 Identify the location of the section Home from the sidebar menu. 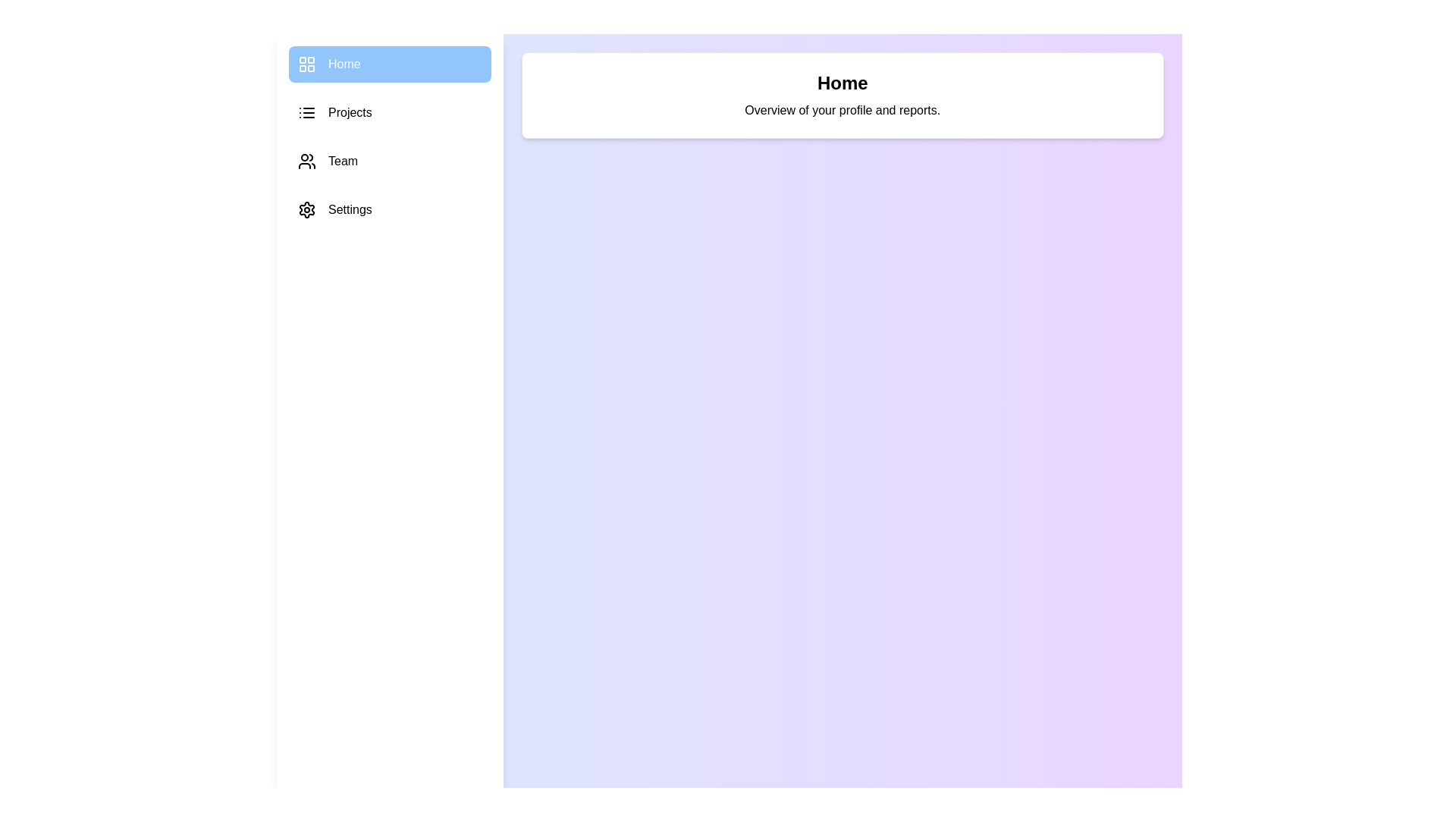
(390, 63).